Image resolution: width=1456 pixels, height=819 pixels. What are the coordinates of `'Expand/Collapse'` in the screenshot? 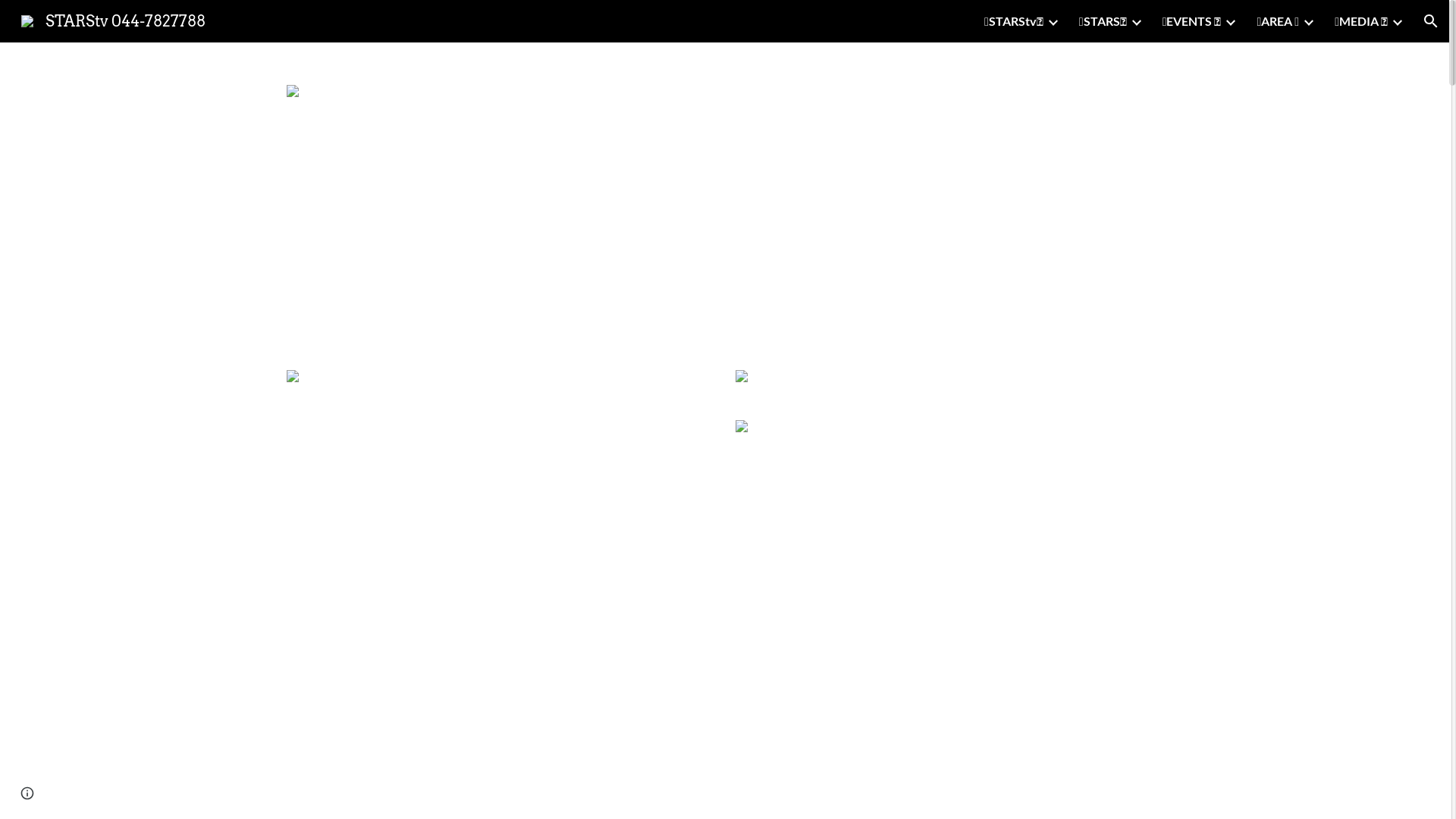 It's located at (1396, 20).